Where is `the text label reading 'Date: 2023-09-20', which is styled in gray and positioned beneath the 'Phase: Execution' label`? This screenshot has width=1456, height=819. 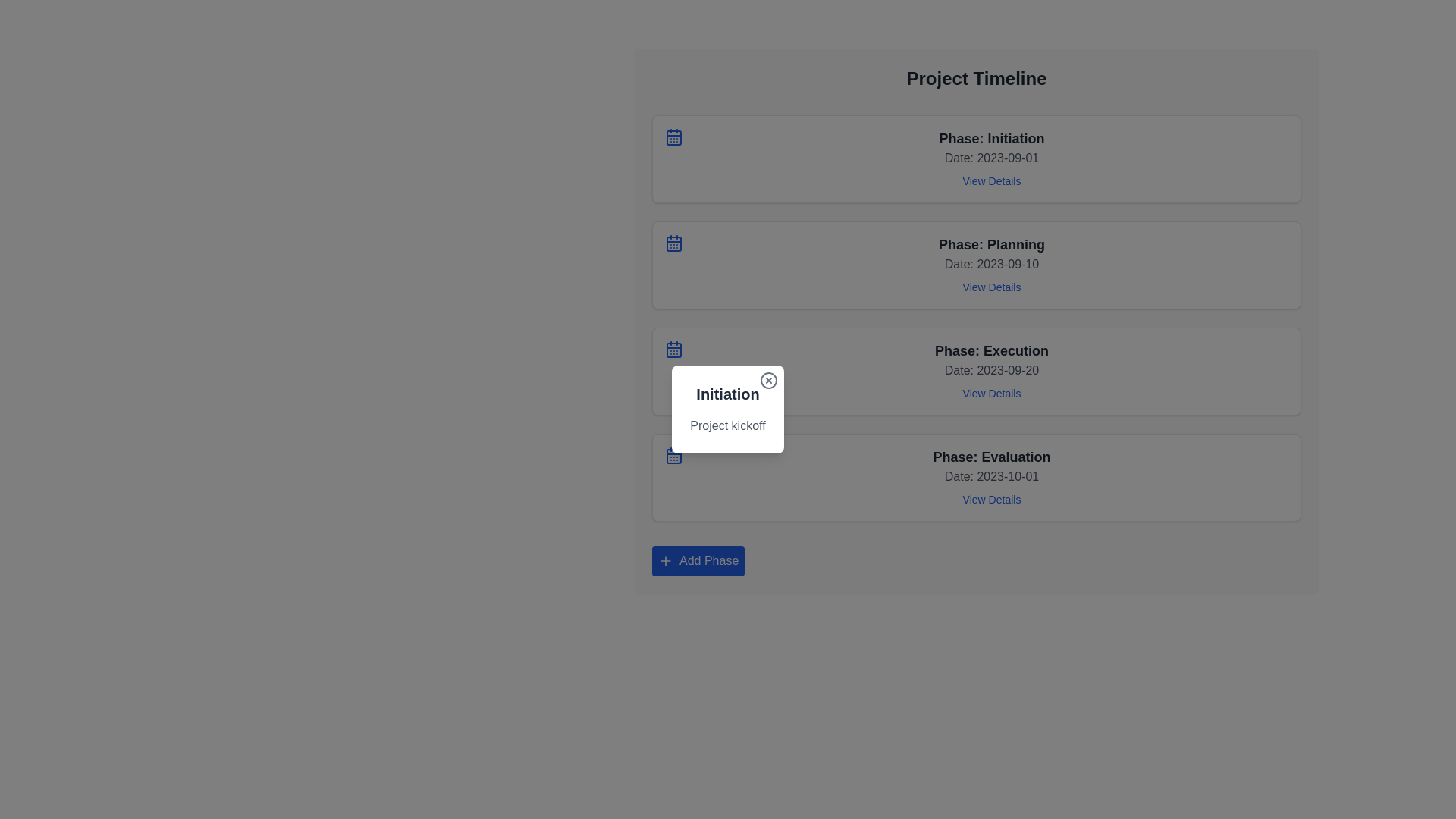 the text label reading 'Date: 2023-09-20', which is styled in gray and positioned beneath the 'Phase: Execution' label is located at coordinates (992, 371).